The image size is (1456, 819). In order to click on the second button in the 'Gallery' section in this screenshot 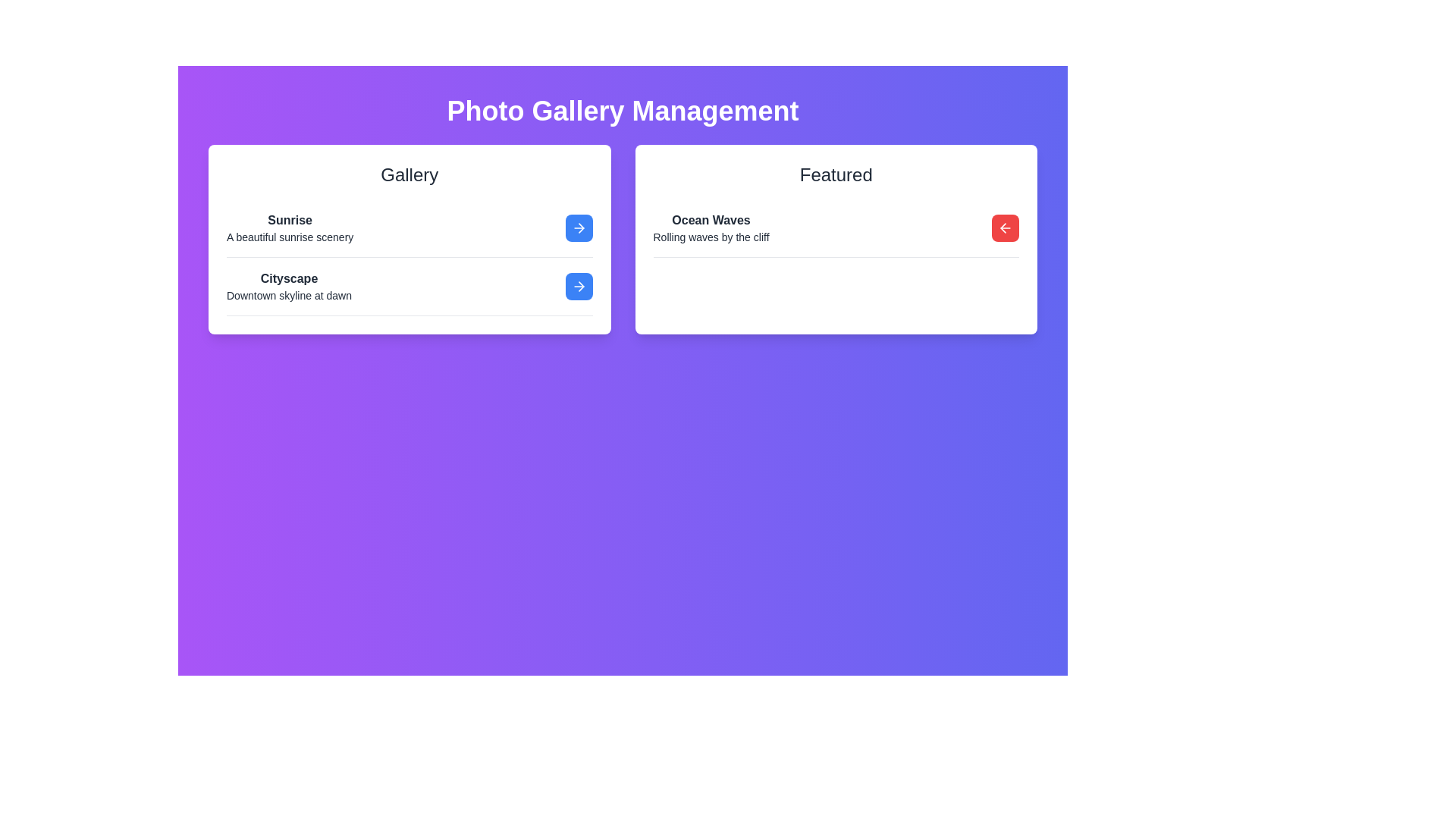, I will do `click(578, 287)`.